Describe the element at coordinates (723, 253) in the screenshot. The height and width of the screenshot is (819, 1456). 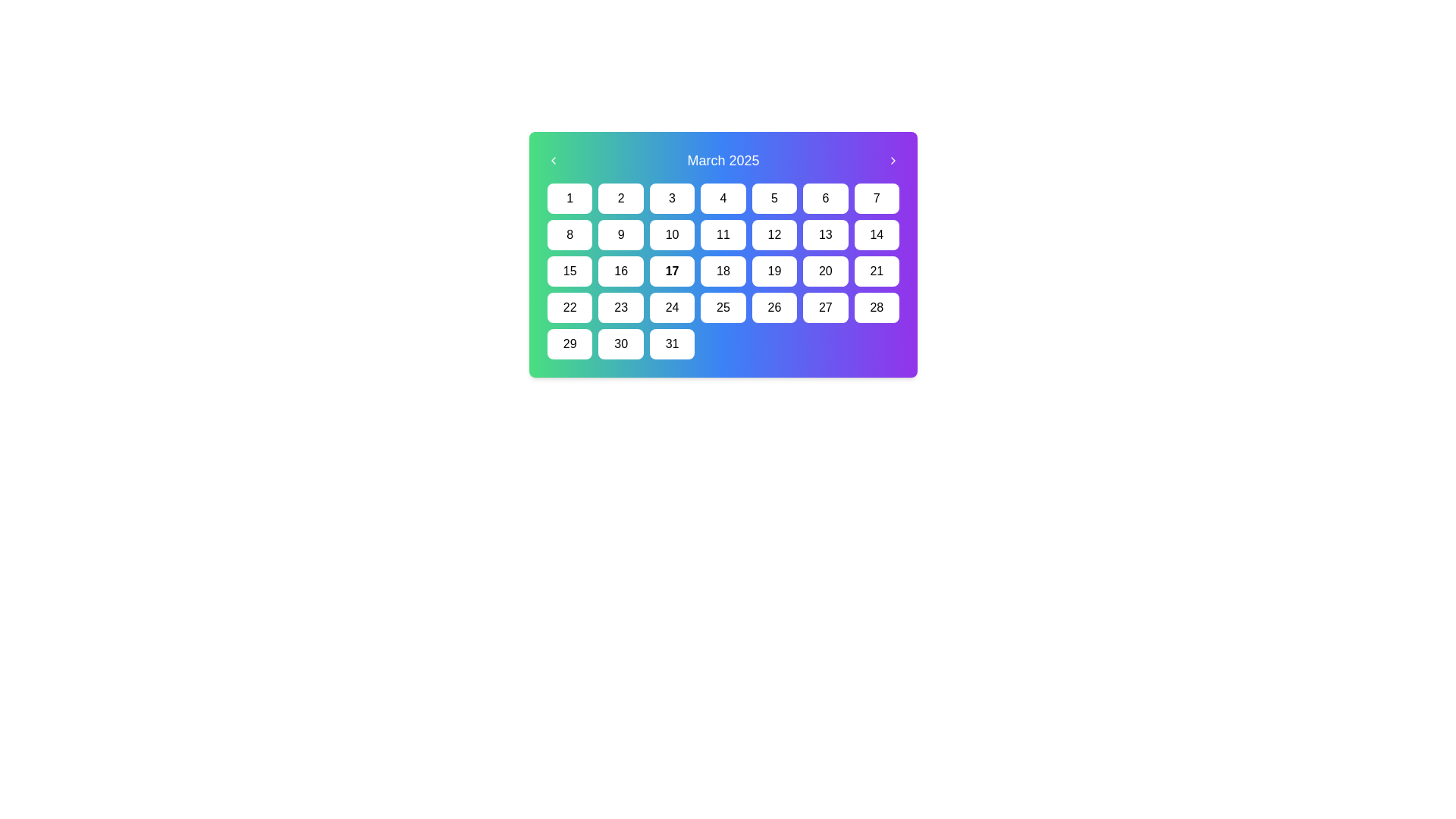
I see `on a date in the Calendar Widget for March 2025, which is visually characterized by a gradient background and a grid layout of numbers enclosed in rounded buttons` at that location.